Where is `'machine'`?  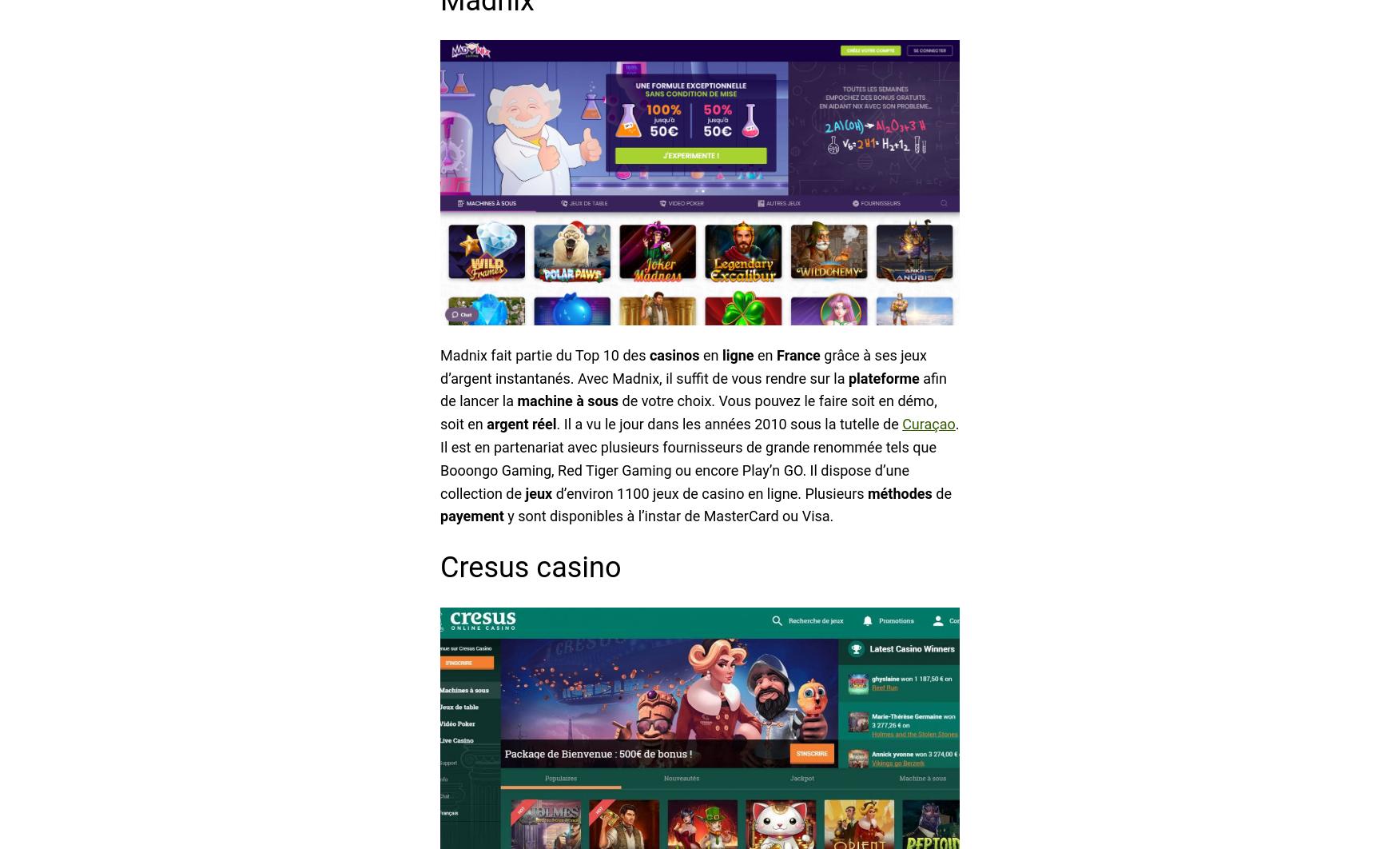
'machine' is located at coordinates (543, 400).